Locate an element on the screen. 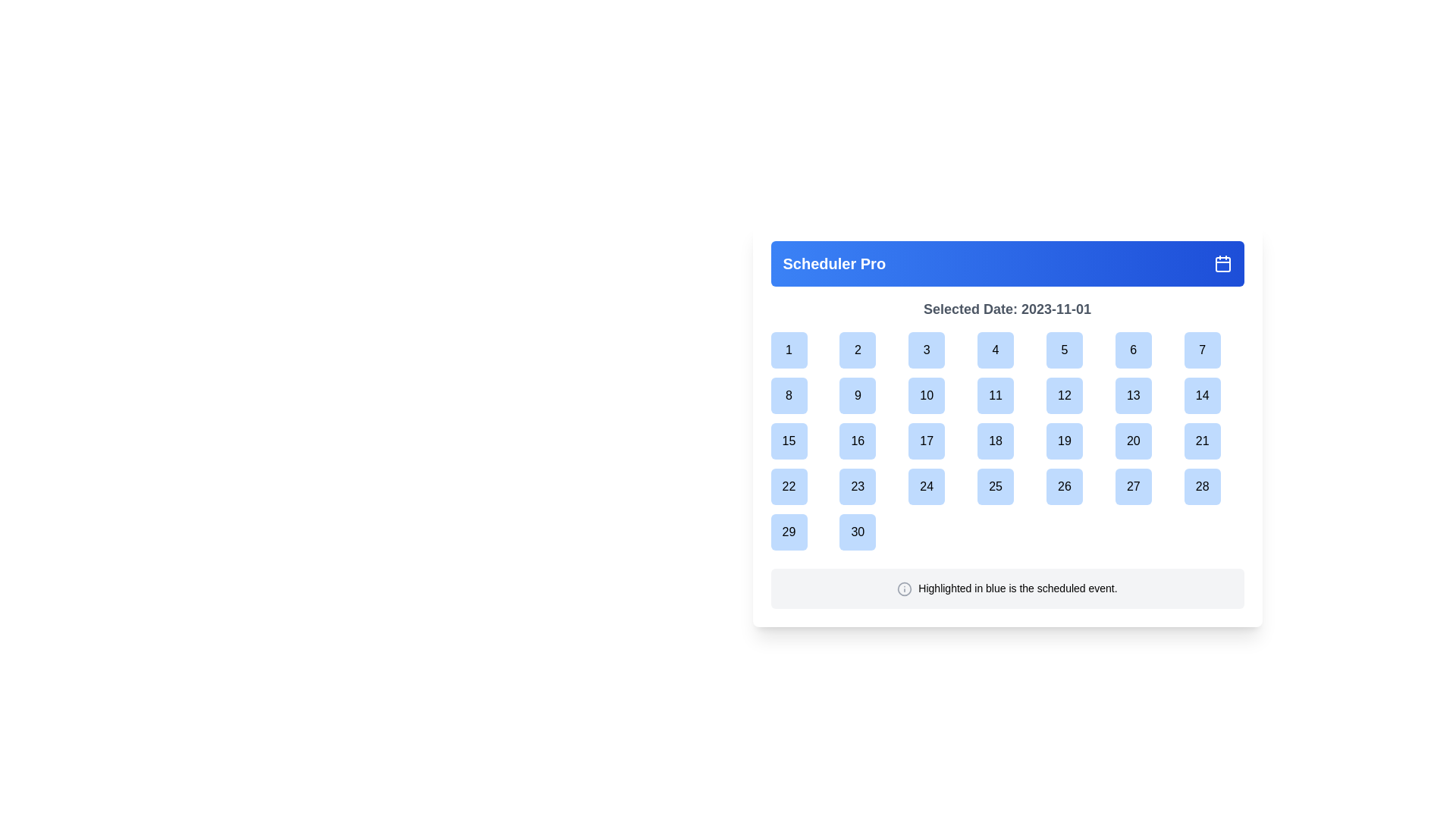 This screenshot has width=1456, height=819. the square-shaped button with a light blue background and the number '27' in bold black text is located at coordinates (1133, 486).